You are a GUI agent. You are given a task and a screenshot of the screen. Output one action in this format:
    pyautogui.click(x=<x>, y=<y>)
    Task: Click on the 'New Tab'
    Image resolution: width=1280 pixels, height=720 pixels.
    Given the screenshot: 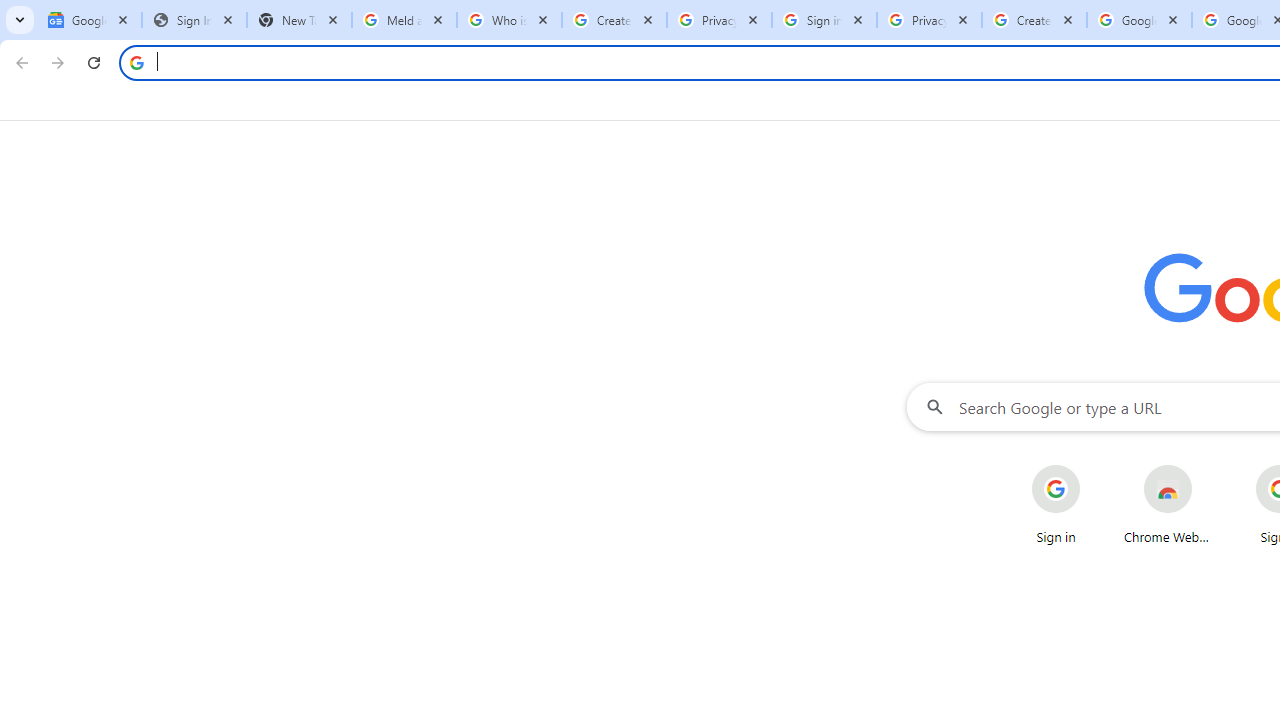 What is the action you would take?
    pyautogui.click(x=298, y=20)
    